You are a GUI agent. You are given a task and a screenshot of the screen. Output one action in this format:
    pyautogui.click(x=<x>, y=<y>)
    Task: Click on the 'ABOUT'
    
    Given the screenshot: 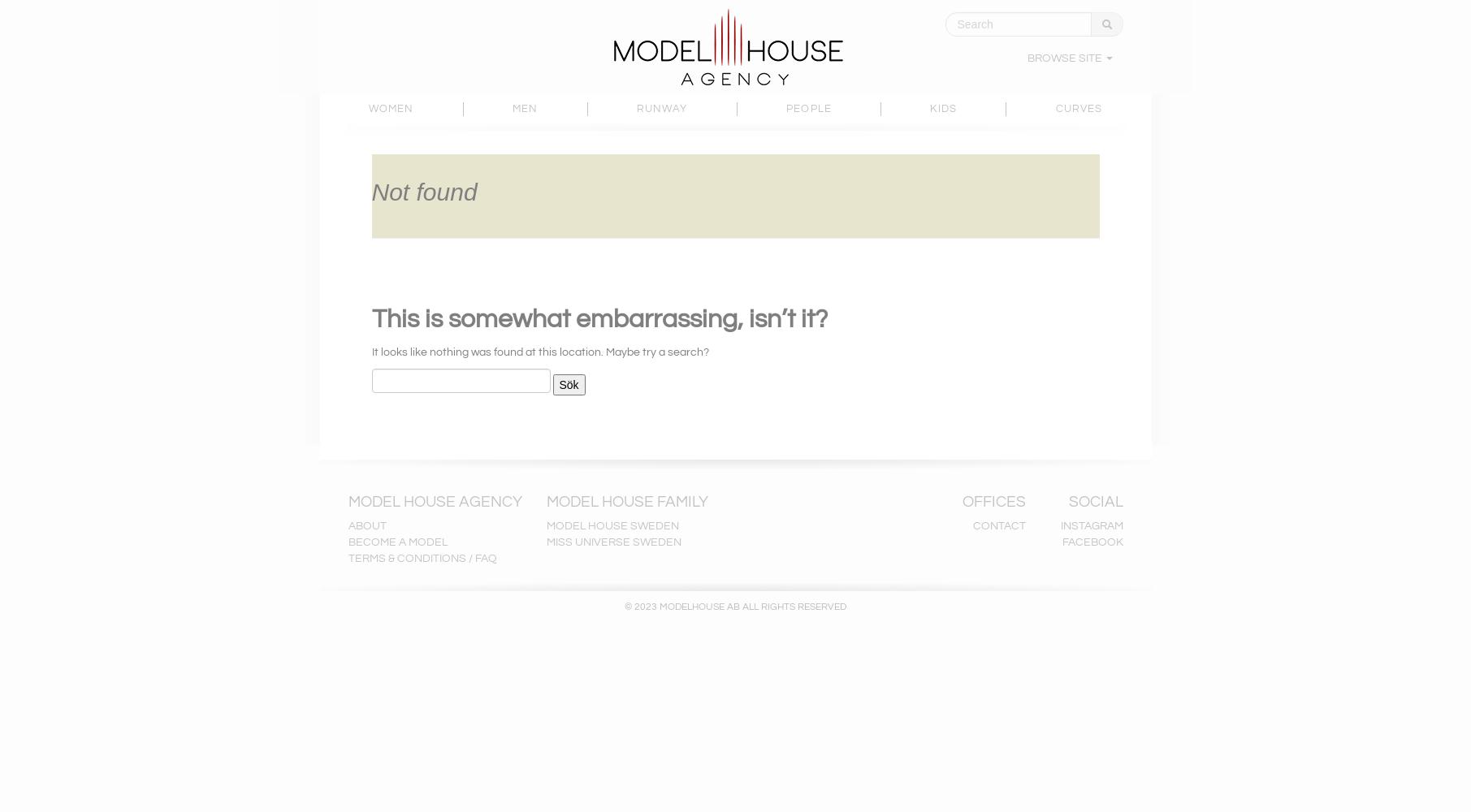 What is the action you would take?
    pyautogui.click(x=366, y=526)
    